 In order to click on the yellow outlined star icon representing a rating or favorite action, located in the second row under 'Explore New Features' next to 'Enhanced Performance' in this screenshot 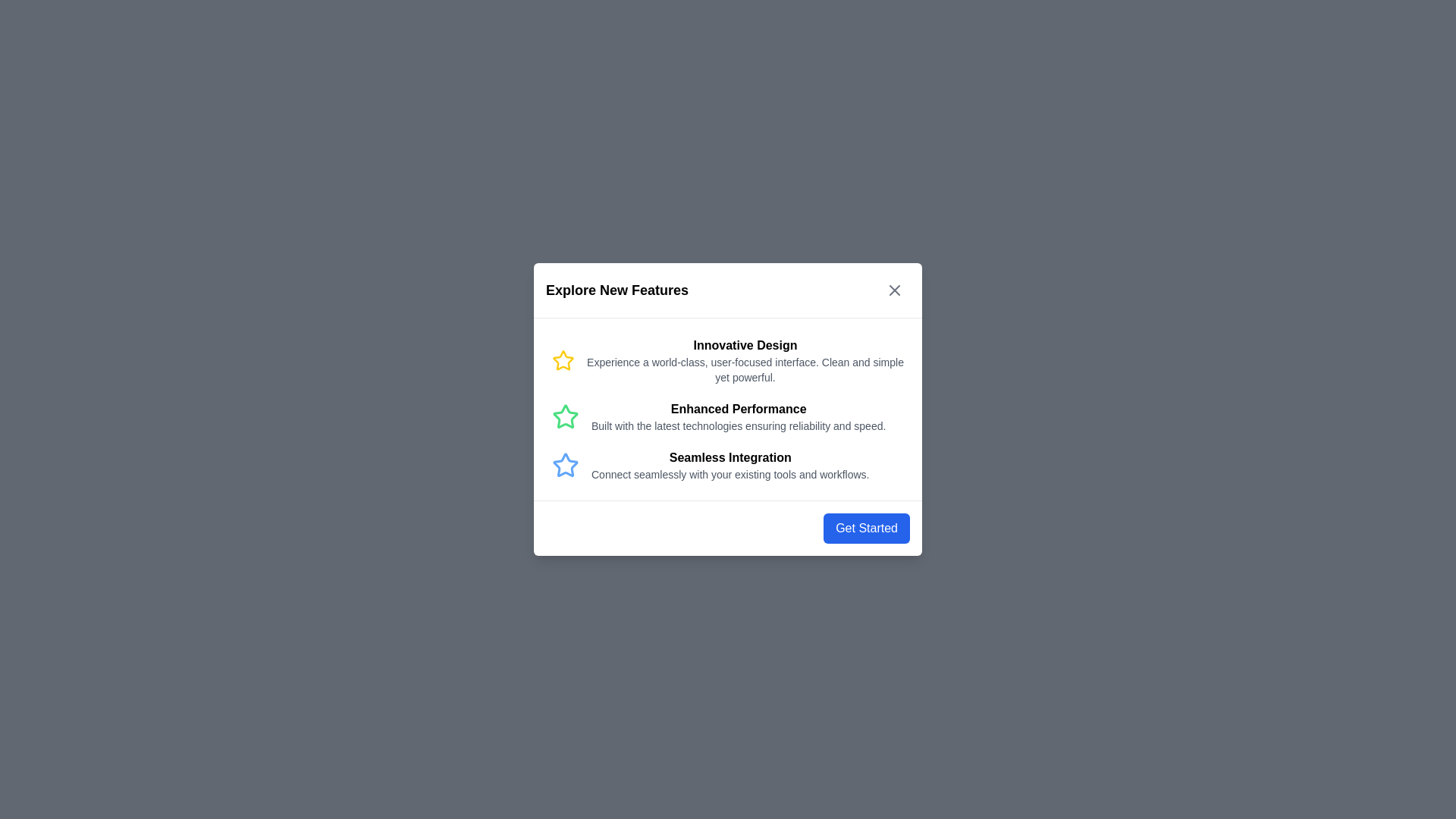, I will do `click(563, 360)`.